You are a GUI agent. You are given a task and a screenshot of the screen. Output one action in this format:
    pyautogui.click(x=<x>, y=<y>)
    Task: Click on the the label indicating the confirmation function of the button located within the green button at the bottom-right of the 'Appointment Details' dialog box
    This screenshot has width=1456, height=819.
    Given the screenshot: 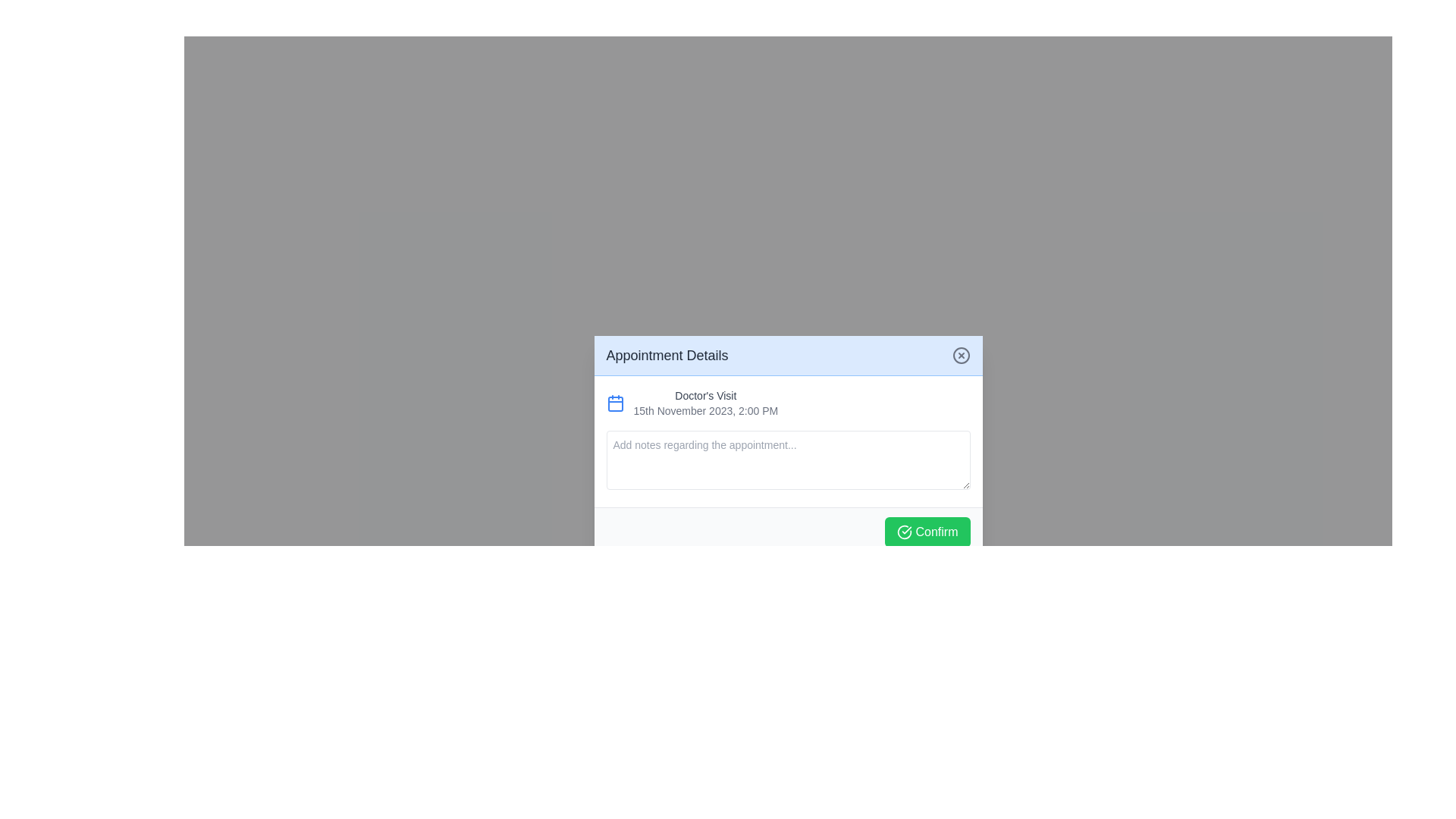 What is the action you would take?
    pyautogui.click(x=936, y=531)
    